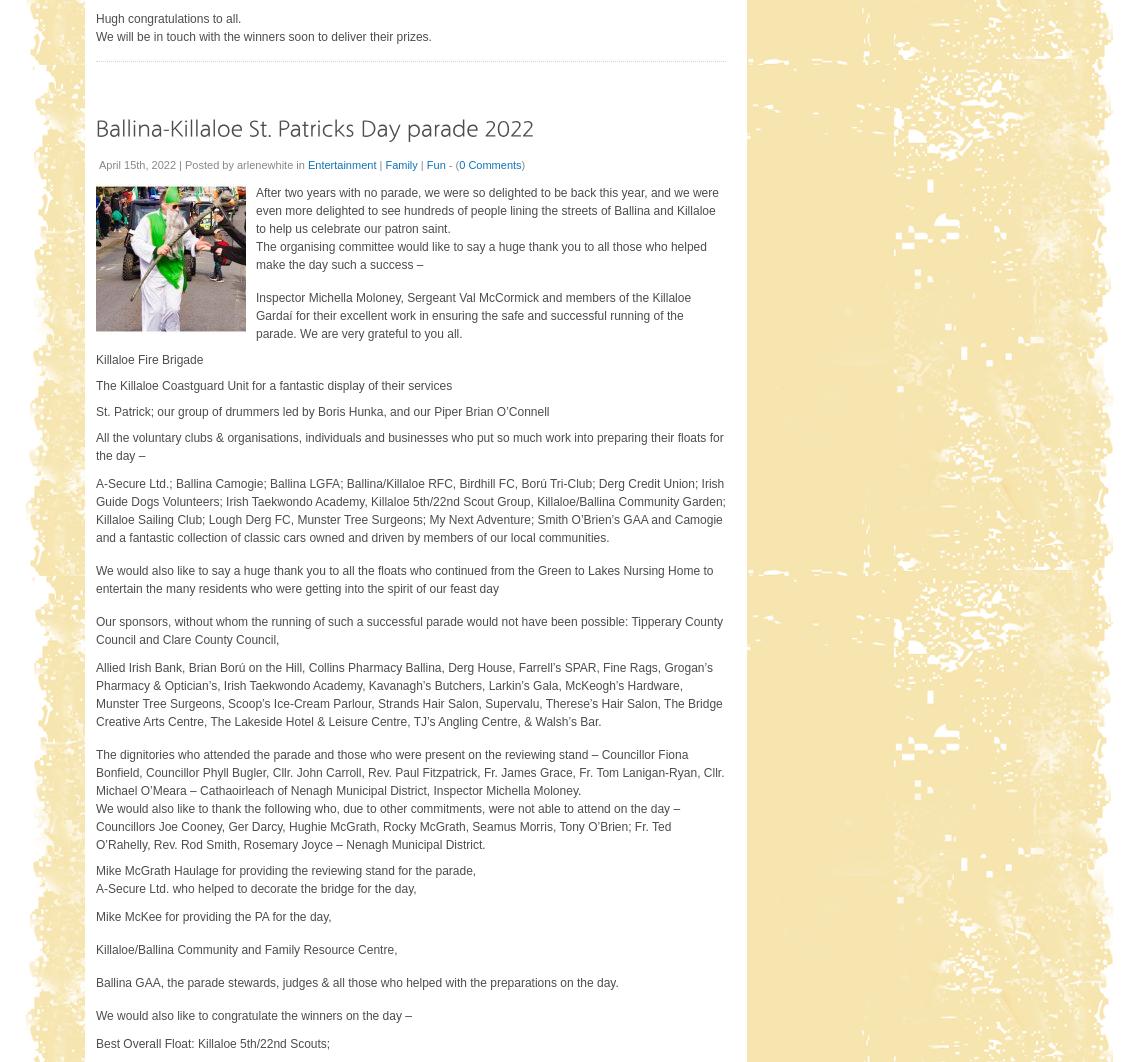  What do you see at coordinates (632, 667) in the screenshot?
I see `'Fine Rags,'` at bounding box center [632, 667].